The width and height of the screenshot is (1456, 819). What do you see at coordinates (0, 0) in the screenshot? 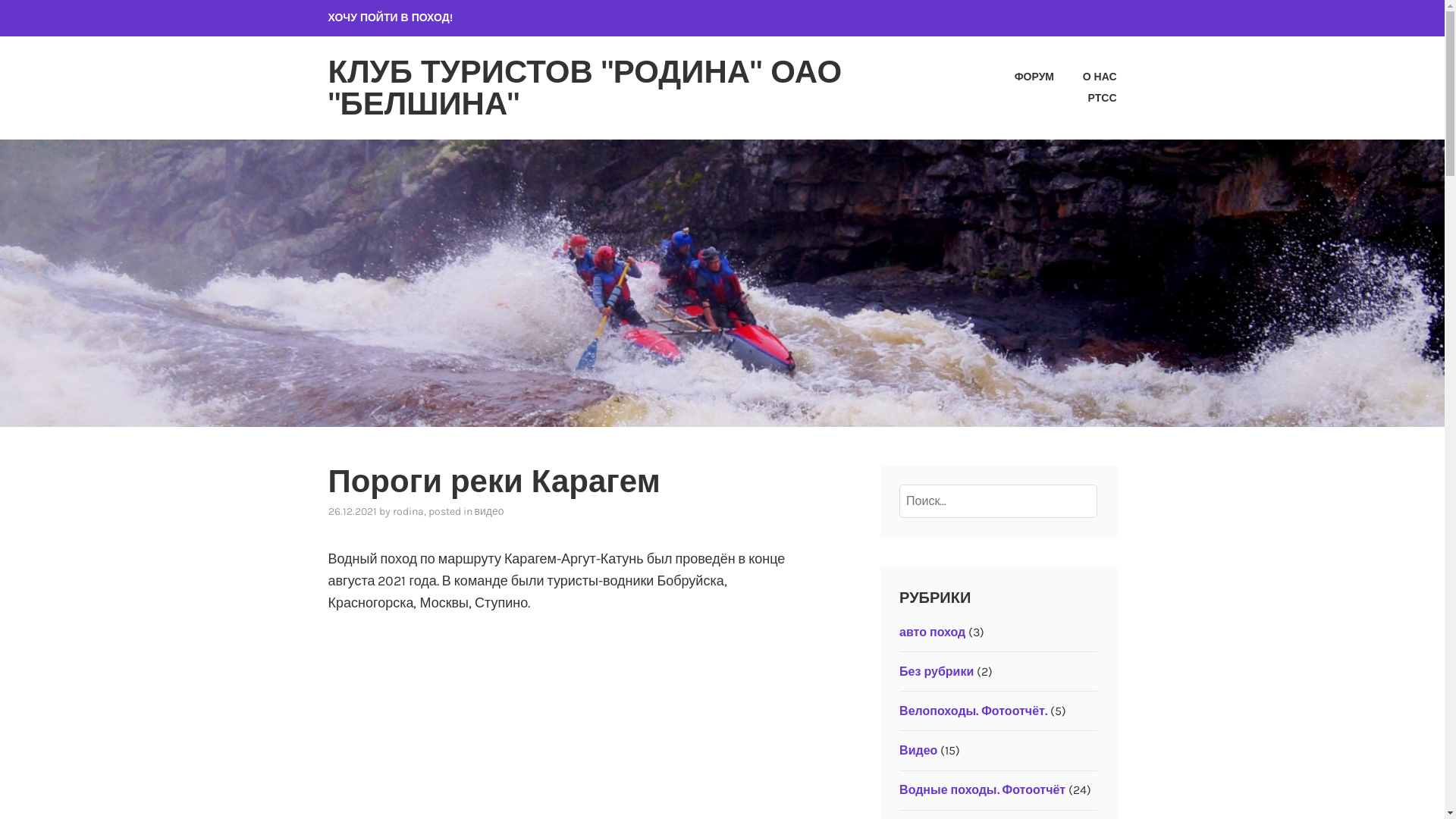
I see `'Skip to content'` at bounding box center [0, 0].